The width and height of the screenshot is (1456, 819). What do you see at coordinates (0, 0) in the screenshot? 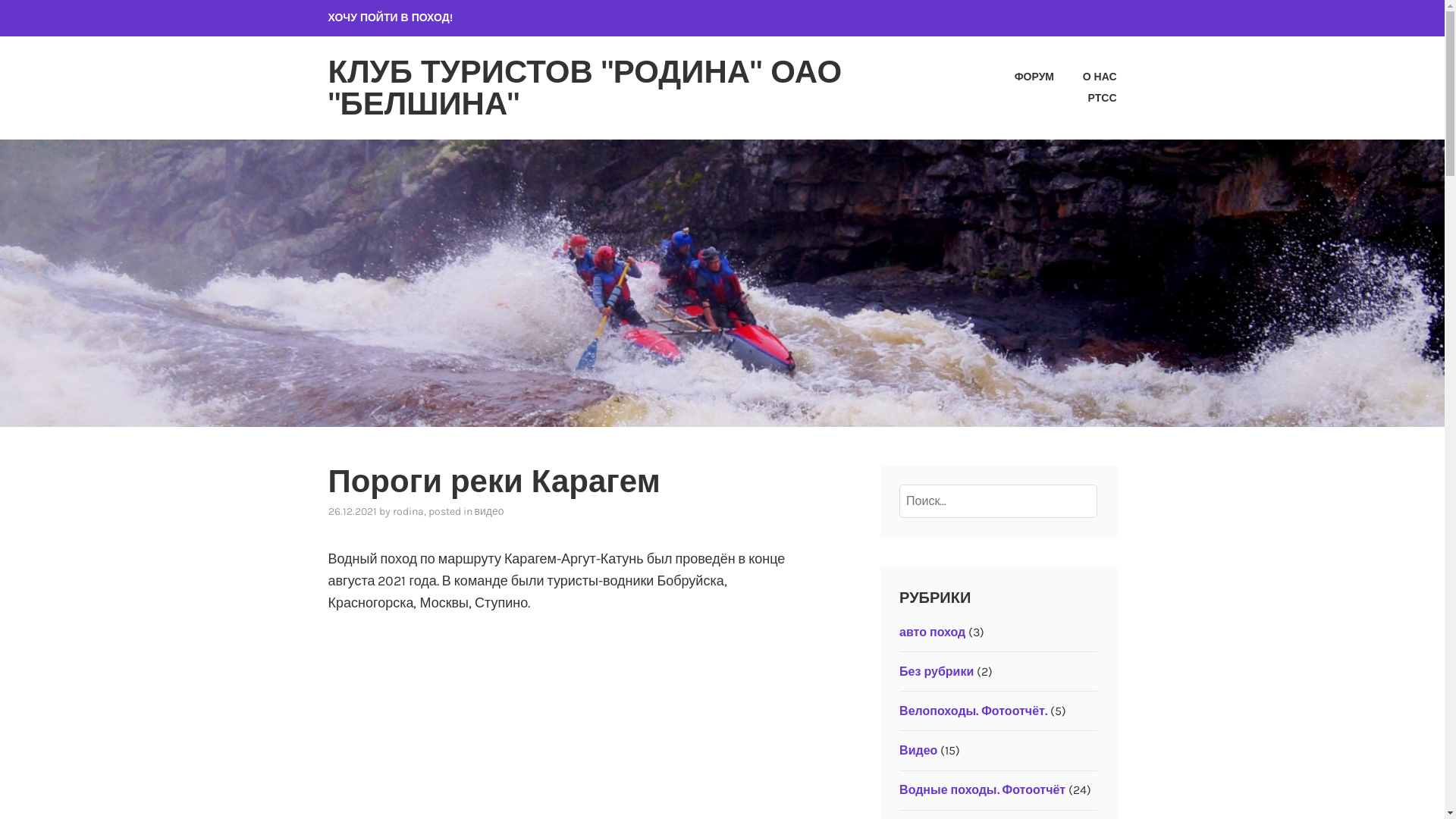
I see `'Skip to content'` at bounding box center [0, 0].